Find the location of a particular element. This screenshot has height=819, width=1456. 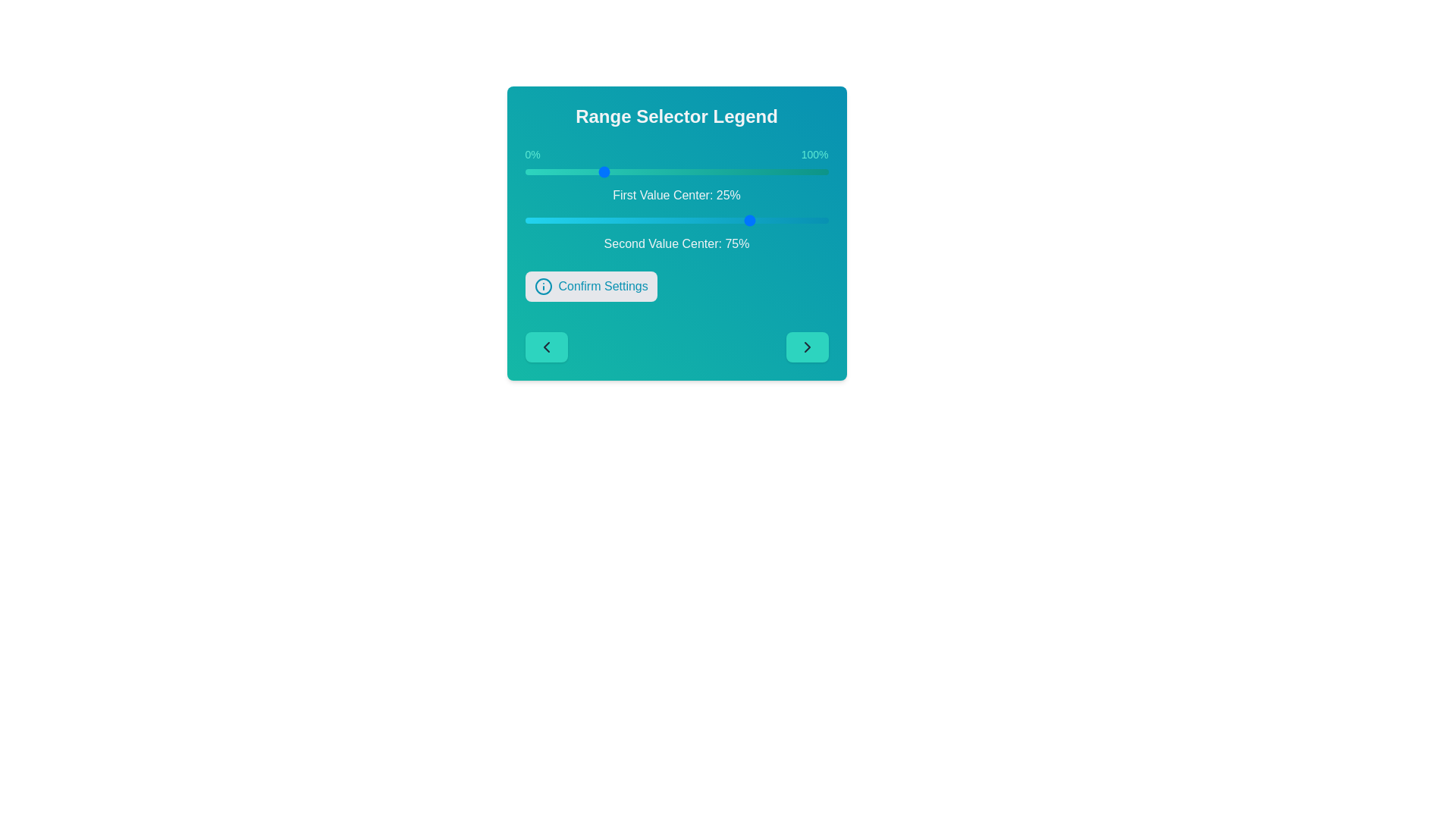

the cyan-colored text label that says 'Confirm Settings' within a grayish button, located in the lower section of a card-like panel is located at coordinates (602, 287).